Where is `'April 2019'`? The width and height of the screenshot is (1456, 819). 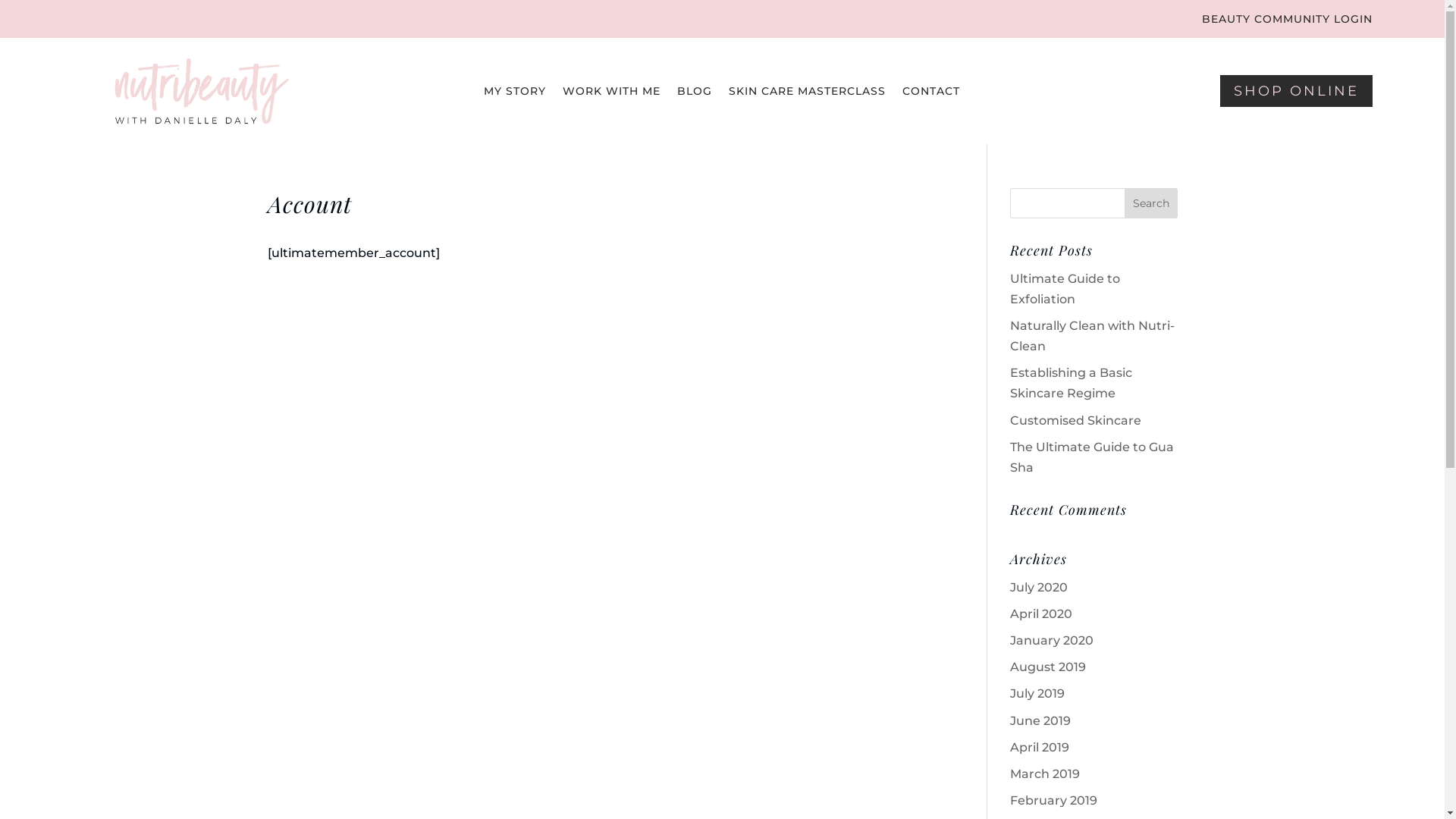
'April 2019' is located at coordinates (1039, 746).